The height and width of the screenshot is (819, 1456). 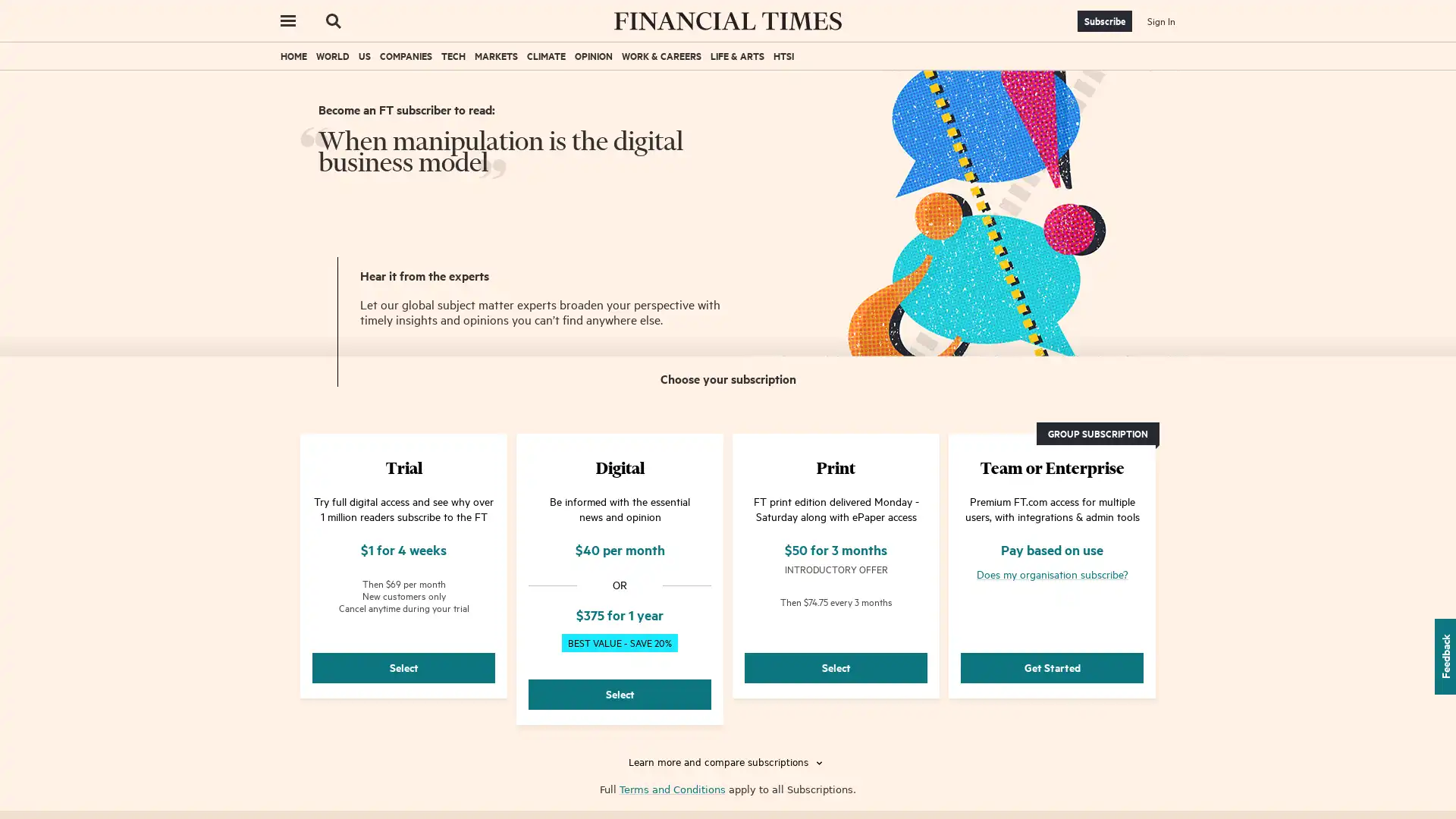 What do you see at coordinates (1105, 20) in the screenshot?
I see `Subscribe` at bounding box center [1105, 20].